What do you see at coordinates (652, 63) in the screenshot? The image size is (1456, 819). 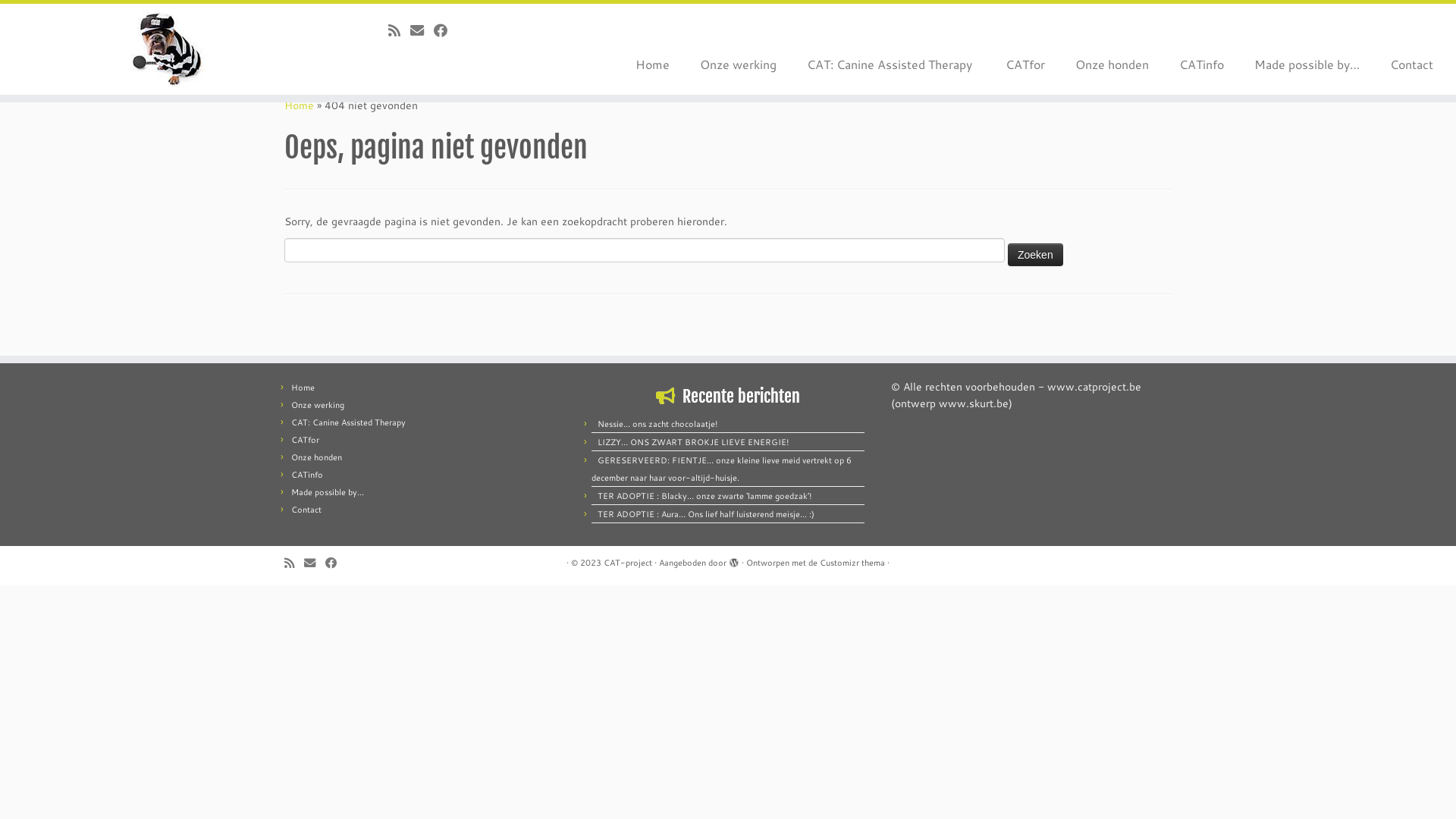 I see `'Home'` at bounding box center [652, 63].